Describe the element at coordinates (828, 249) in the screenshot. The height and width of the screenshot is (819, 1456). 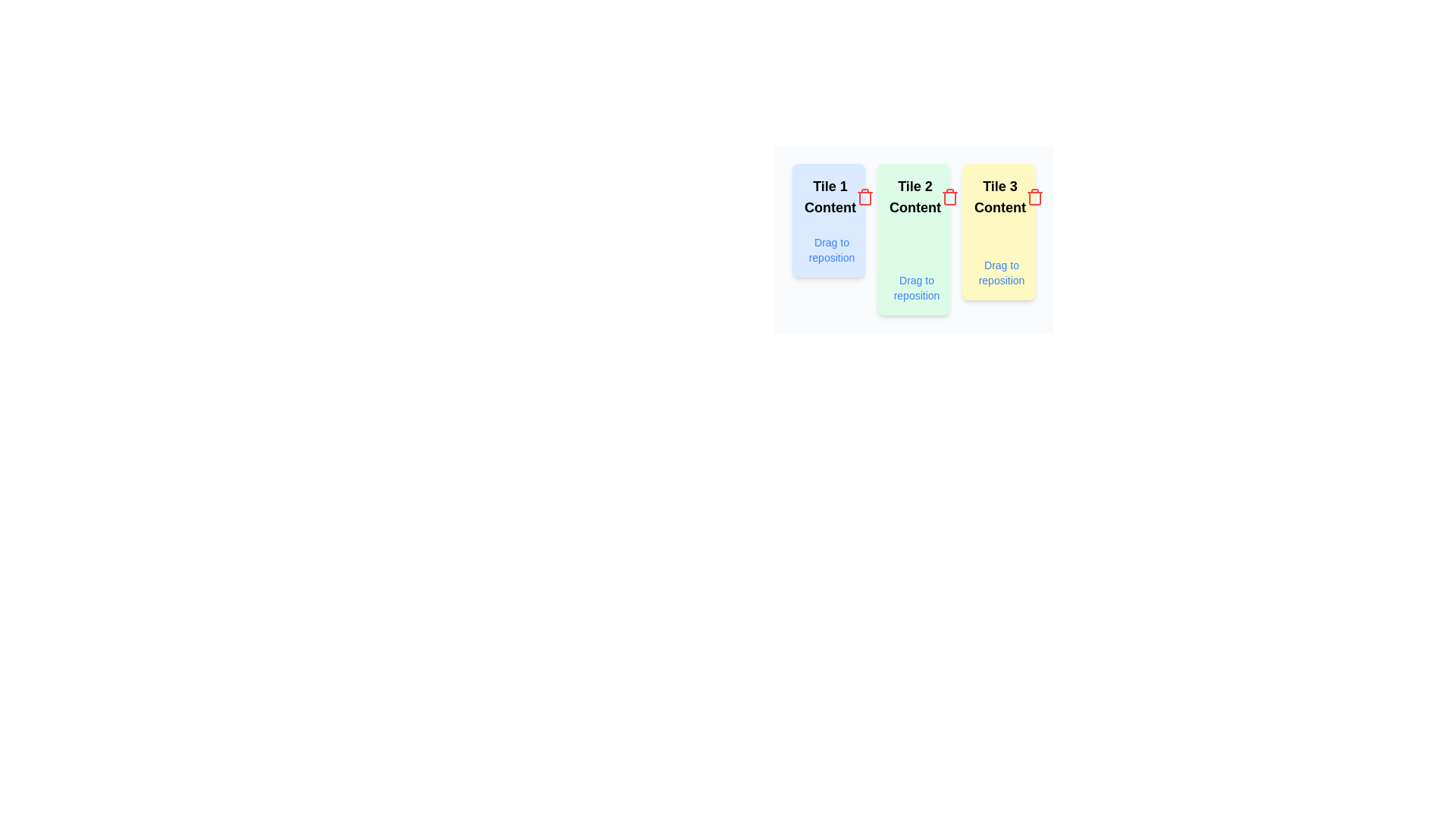
I see `the draggable handle located beneath 'Tile 1 Content'` at that location.